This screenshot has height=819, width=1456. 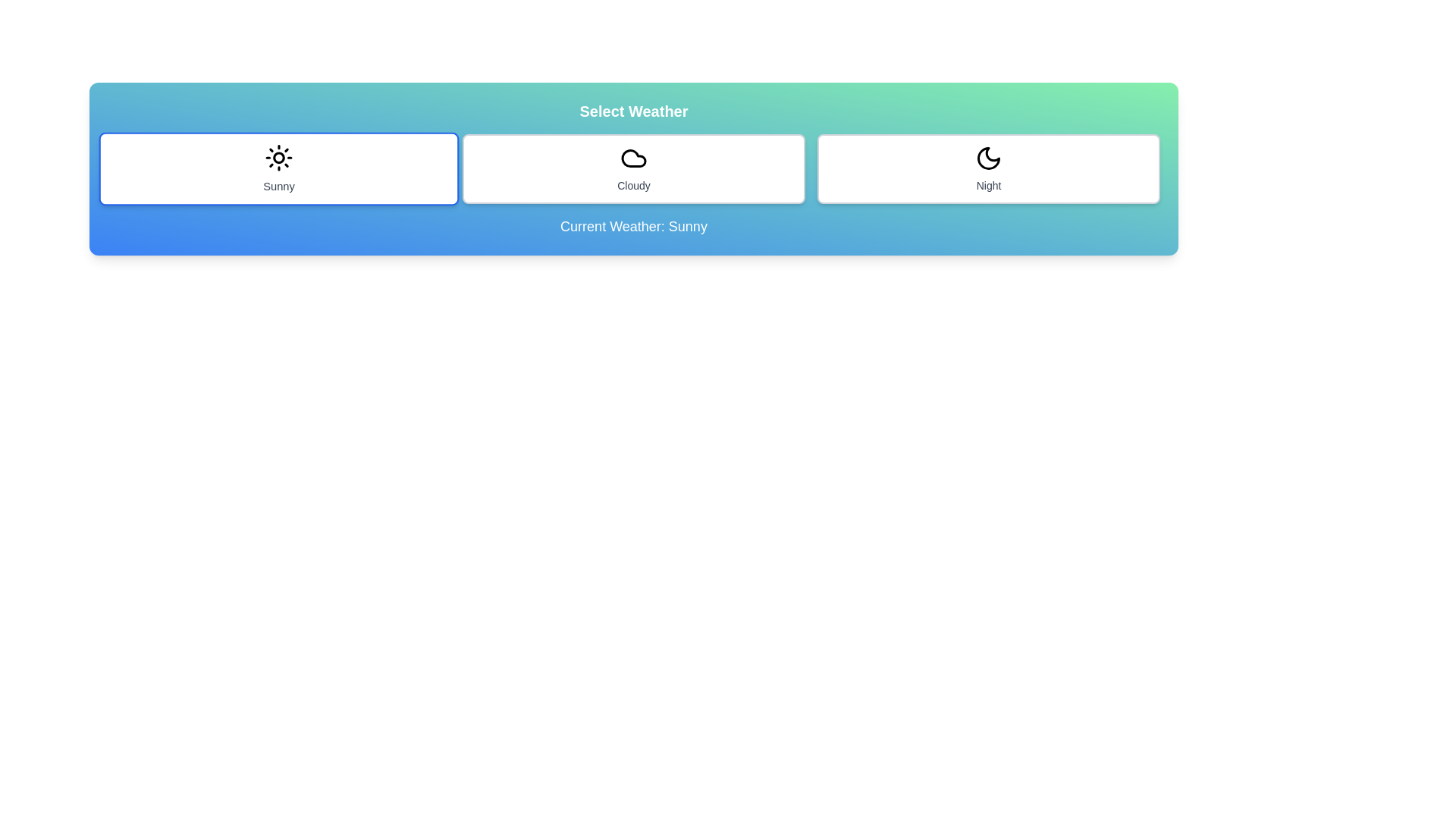 I want to click on the button corresponding to the desired weather option, Sunny, so click(x=279, y=169).